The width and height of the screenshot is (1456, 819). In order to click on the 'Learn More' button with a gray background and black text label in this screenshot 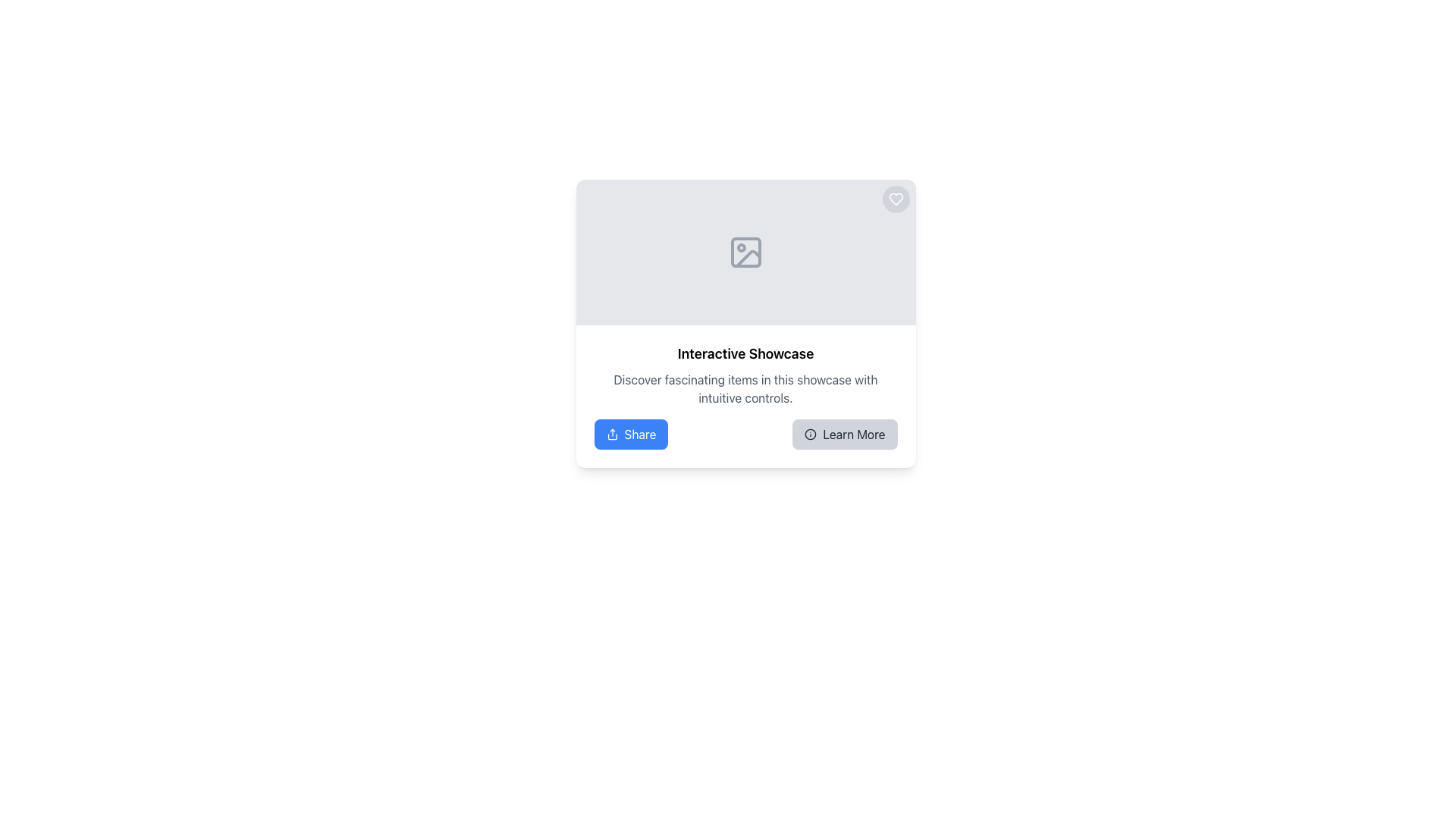, I will do `click(844, 435)`.